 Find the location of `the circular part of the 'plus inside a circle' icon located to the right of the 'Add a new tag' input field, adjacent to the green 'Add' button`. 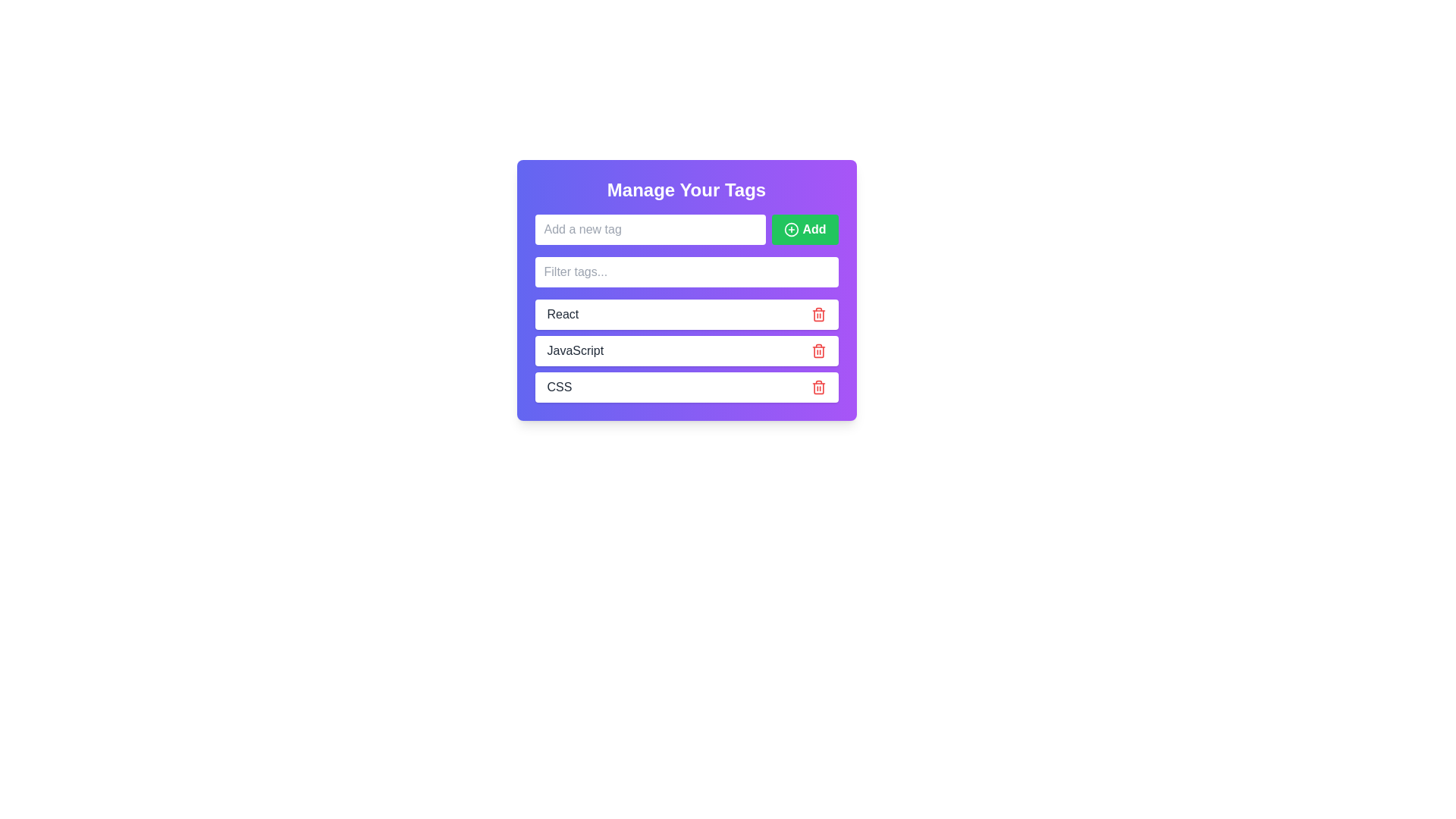

the circular part of the 'plus inside a circle' icon located to the right of the 'Add a new tag' input field, adjacent to the green 'Add' button is located at coordinates (791, 230).